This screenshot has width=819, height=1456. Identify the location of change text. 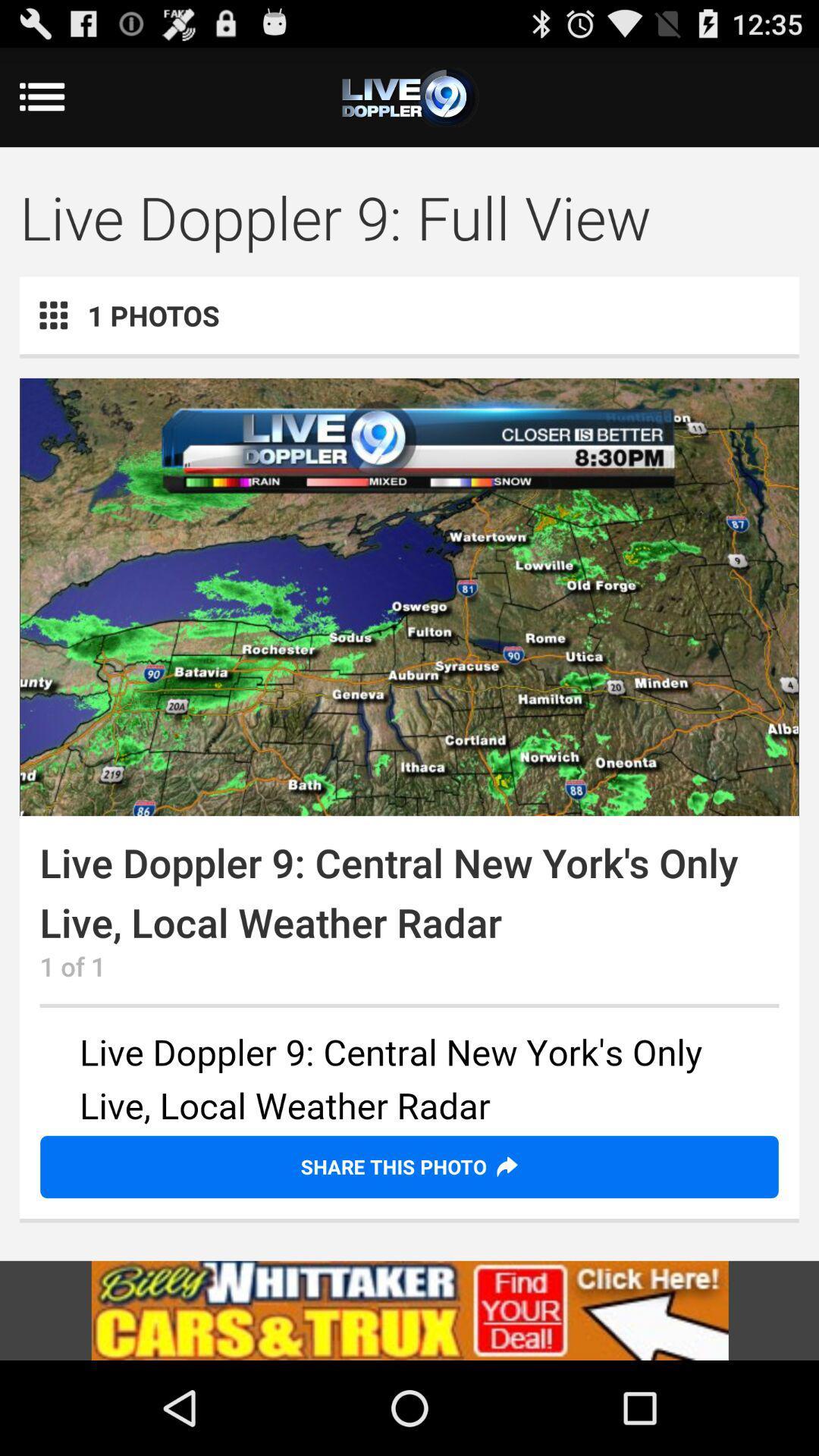
(409, 1081).